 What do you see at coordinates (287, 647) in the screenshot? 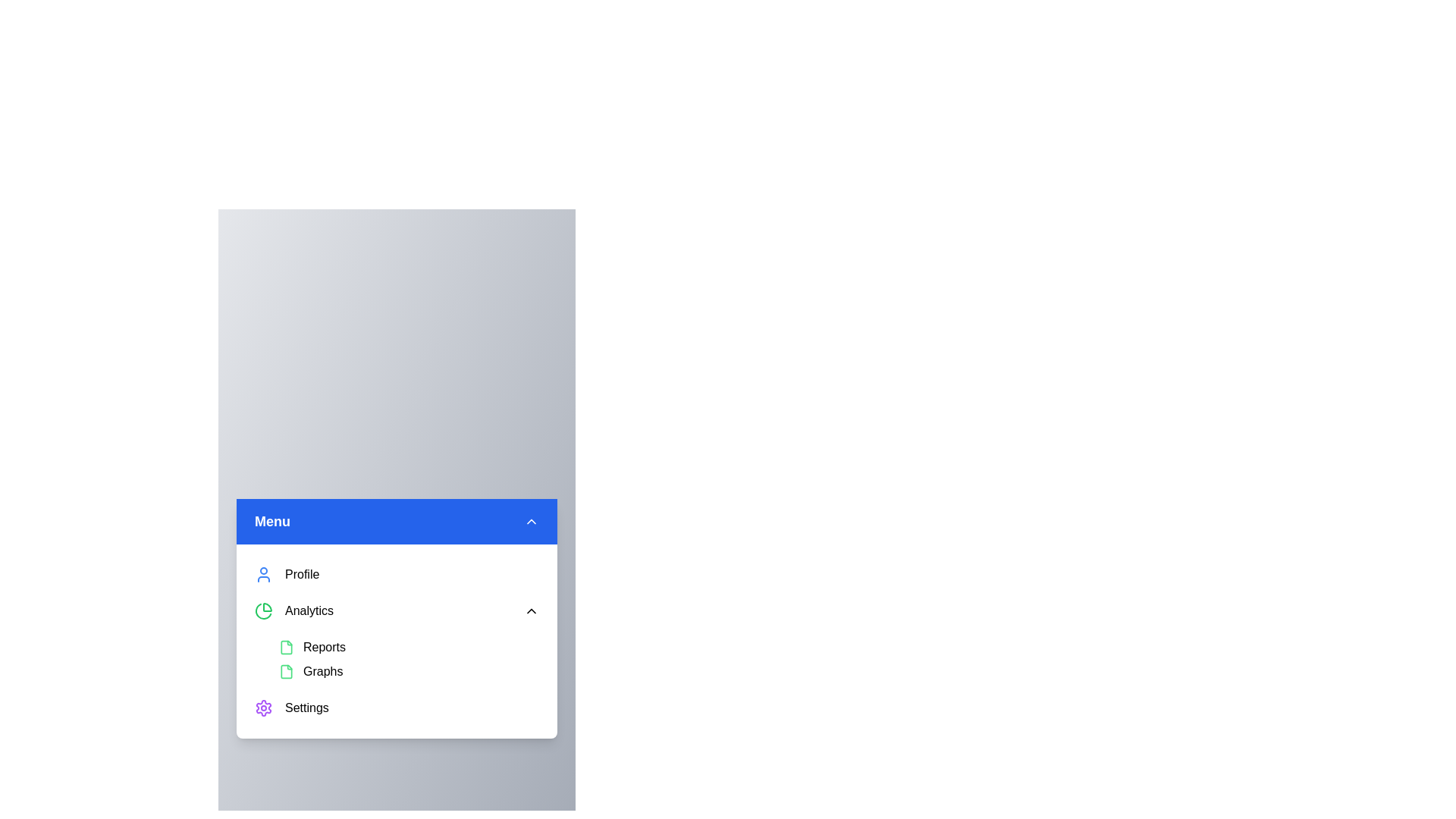
I see `the document file icon with a green outline, which is located to the left of the 'Reports' label` at bounding box center [287, 647].